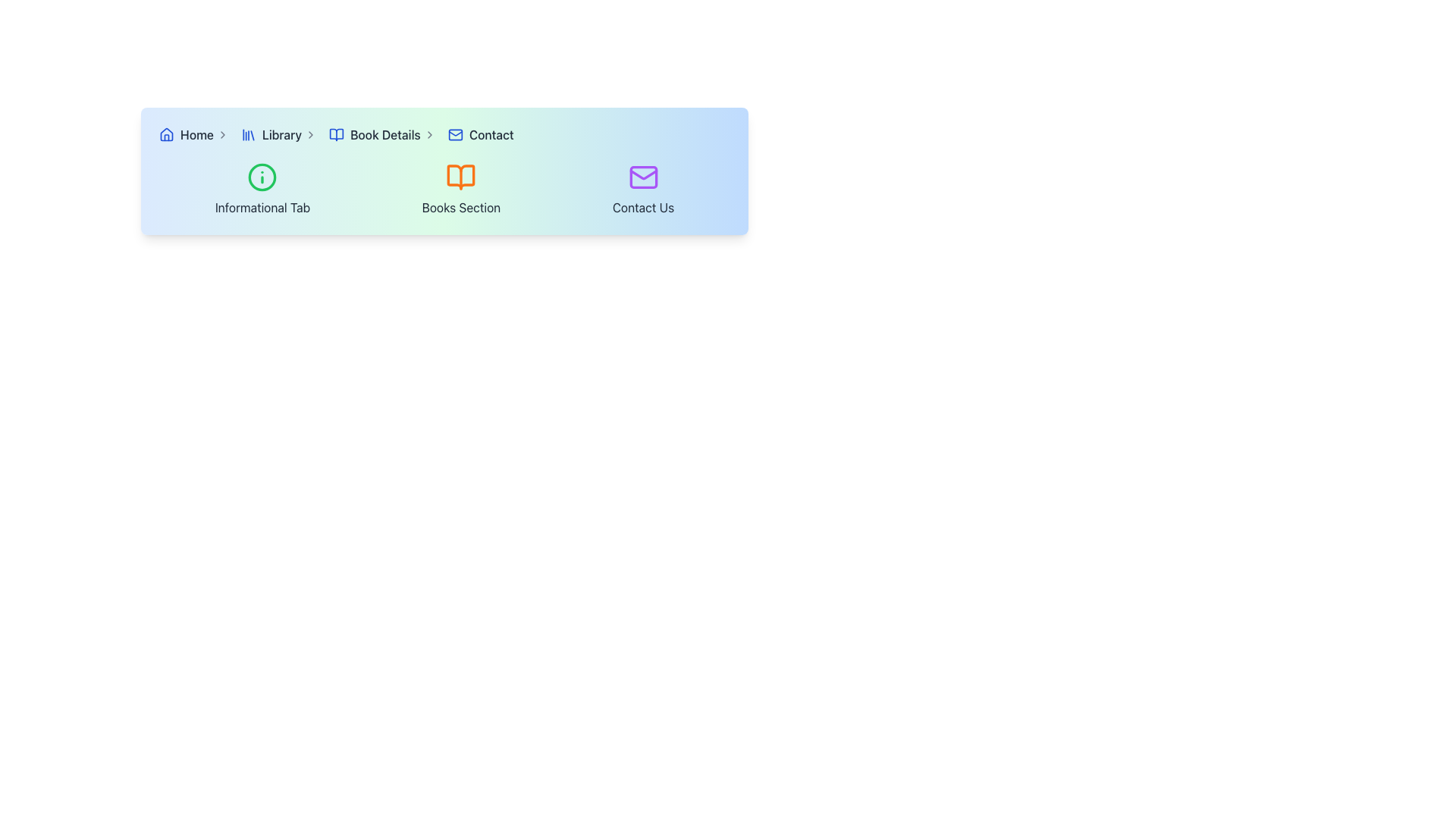 The image size is (1456, 819). What do you see at coordinates (480, 133) in the screenshot?
I see `the 'Contact' breadcrumb link at the end of the breadcrumb navigation bar` at bounding box center [480, 133].